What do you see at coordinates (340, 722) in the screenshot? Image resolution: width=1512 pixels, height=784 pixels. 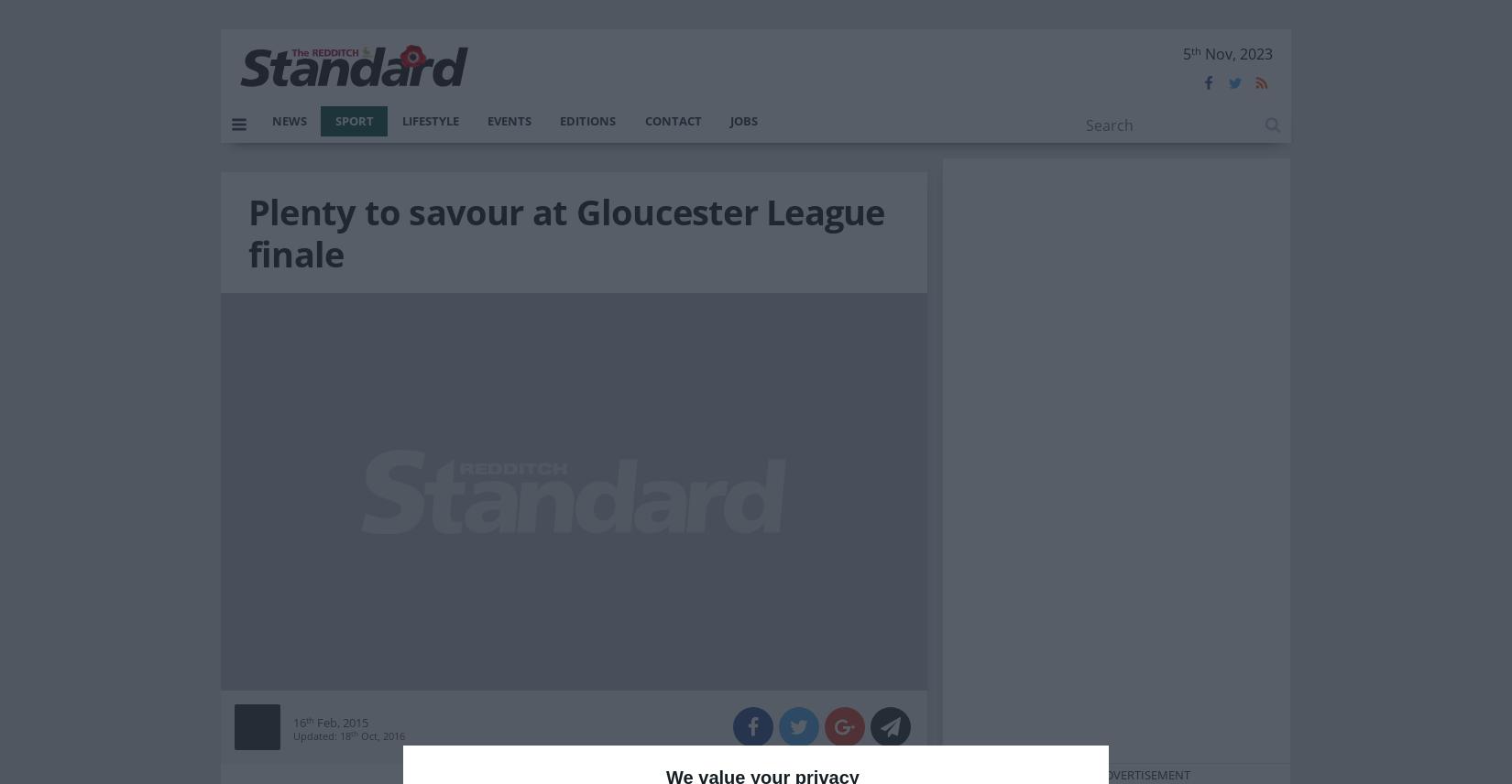 I see `'Feb, 2015'` at bounding box center [340, 722].